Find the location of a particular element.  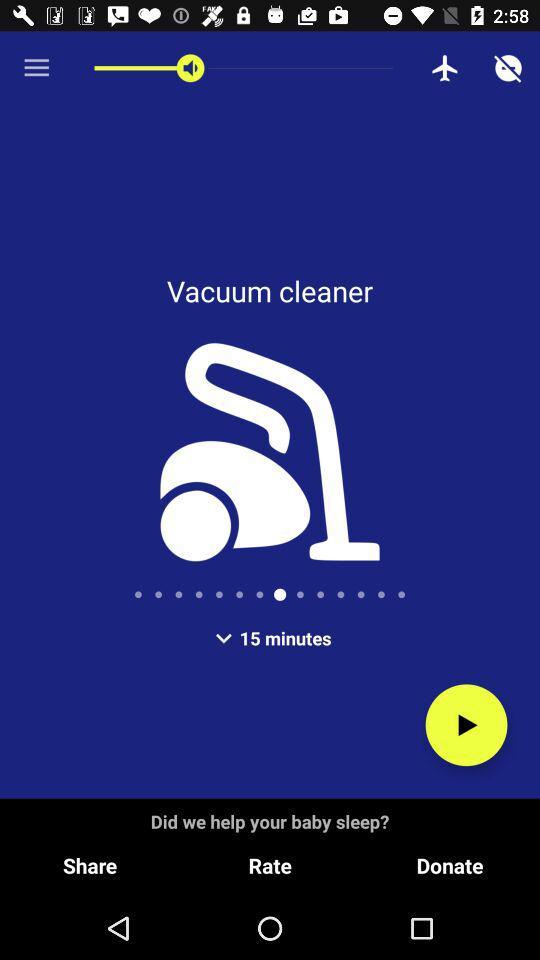

paly button is located at coordinates (466, 724).